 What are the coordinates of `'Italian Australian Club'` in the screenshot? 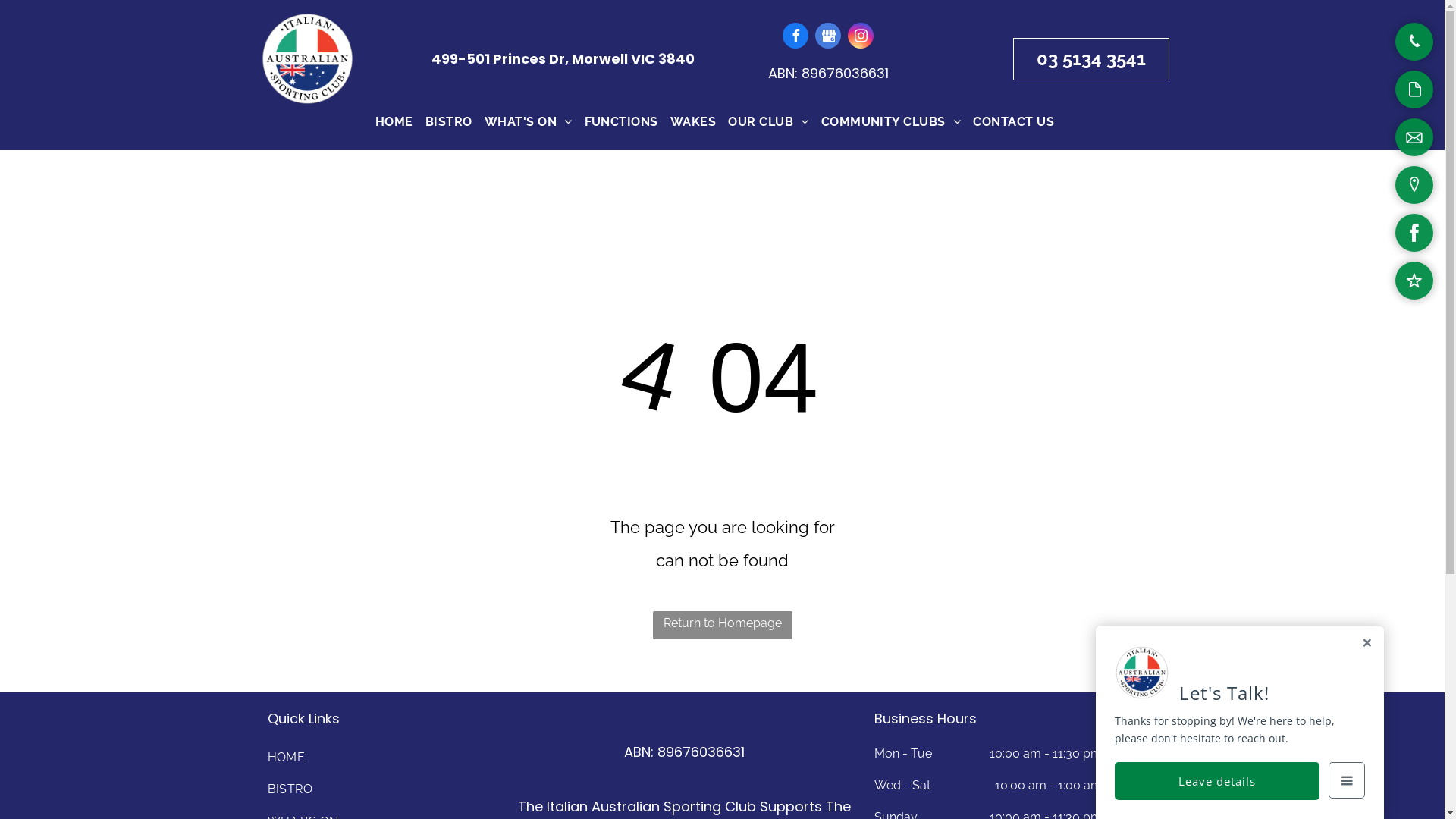 It's located at (306, 58).